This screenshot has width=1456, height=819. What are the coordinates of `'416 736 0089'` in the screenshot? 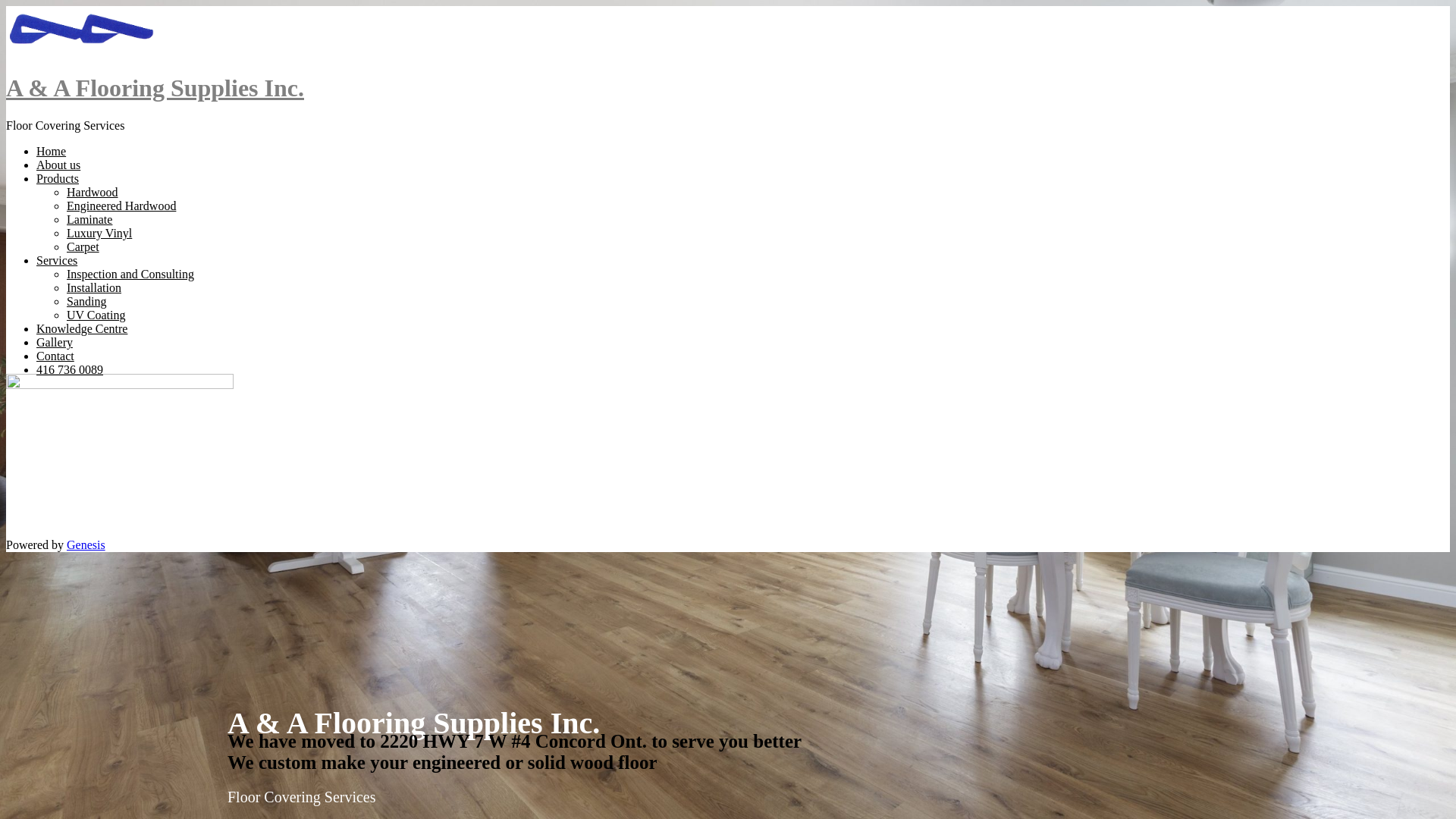 It's located at (68, 369).